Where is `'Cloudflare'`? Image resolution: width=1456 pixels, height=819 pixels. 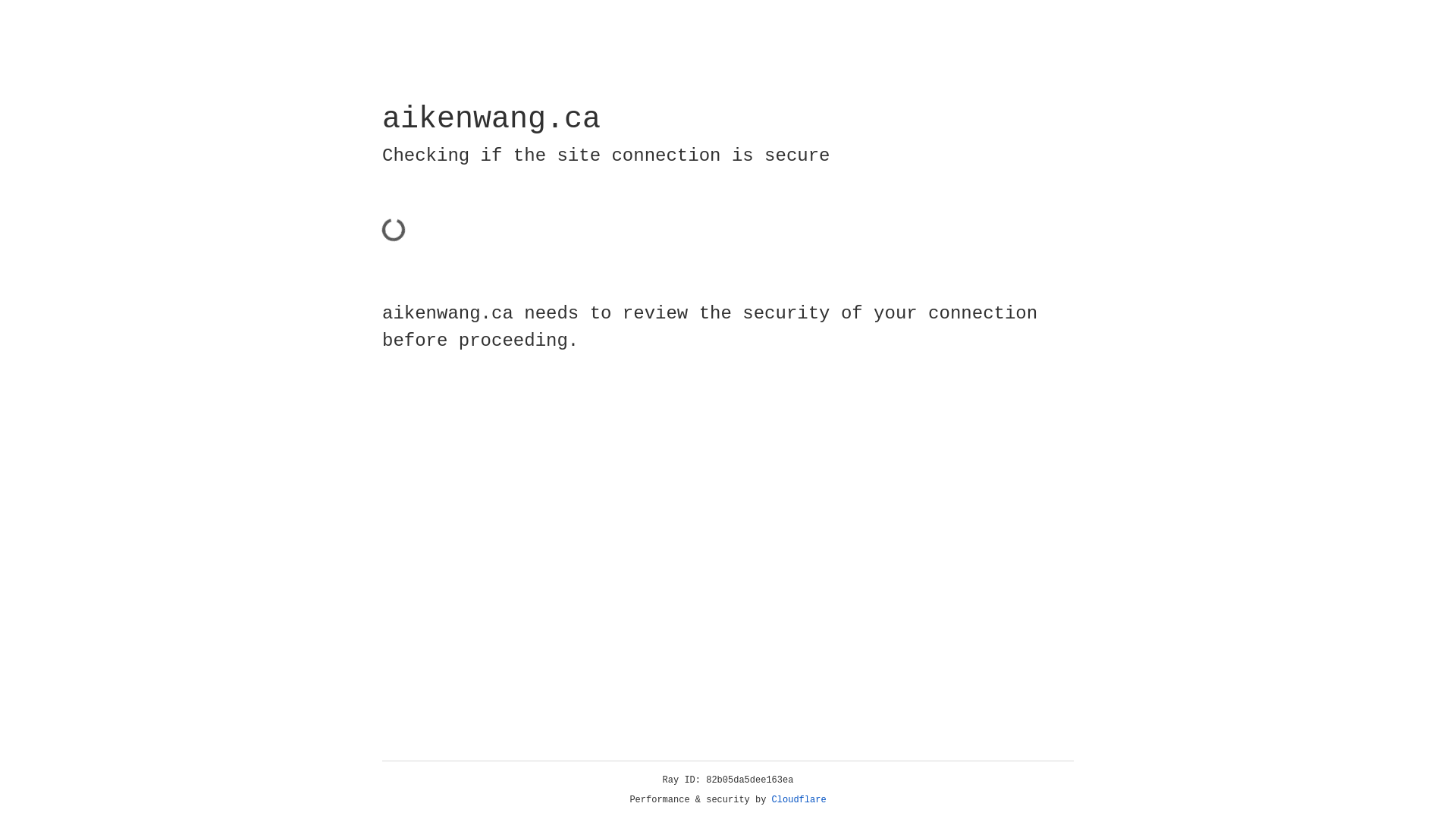
'Cloudflare' is located at coordinates (771, 799).